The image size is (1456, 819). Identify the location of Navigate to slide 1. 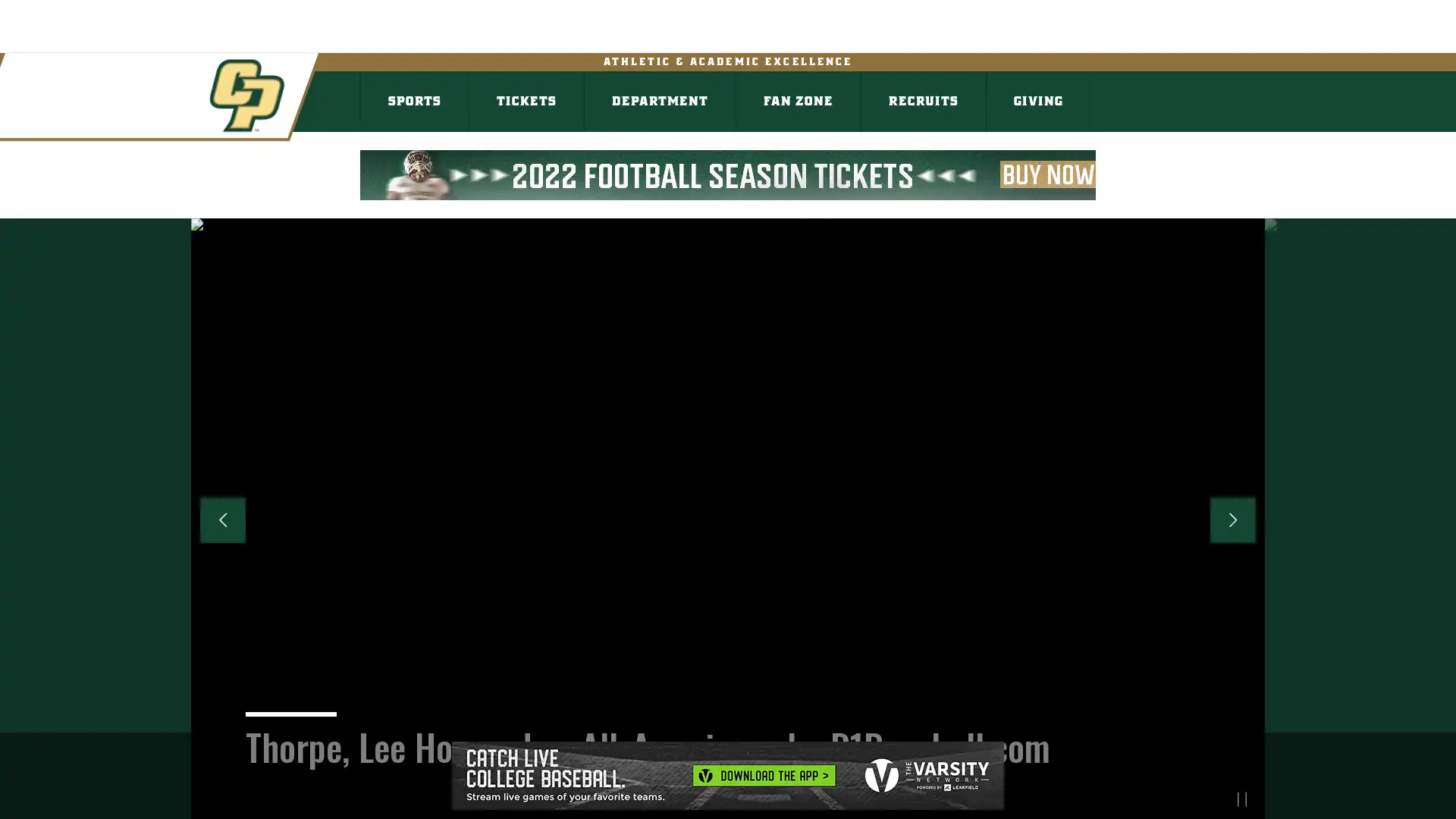
(659, 798).